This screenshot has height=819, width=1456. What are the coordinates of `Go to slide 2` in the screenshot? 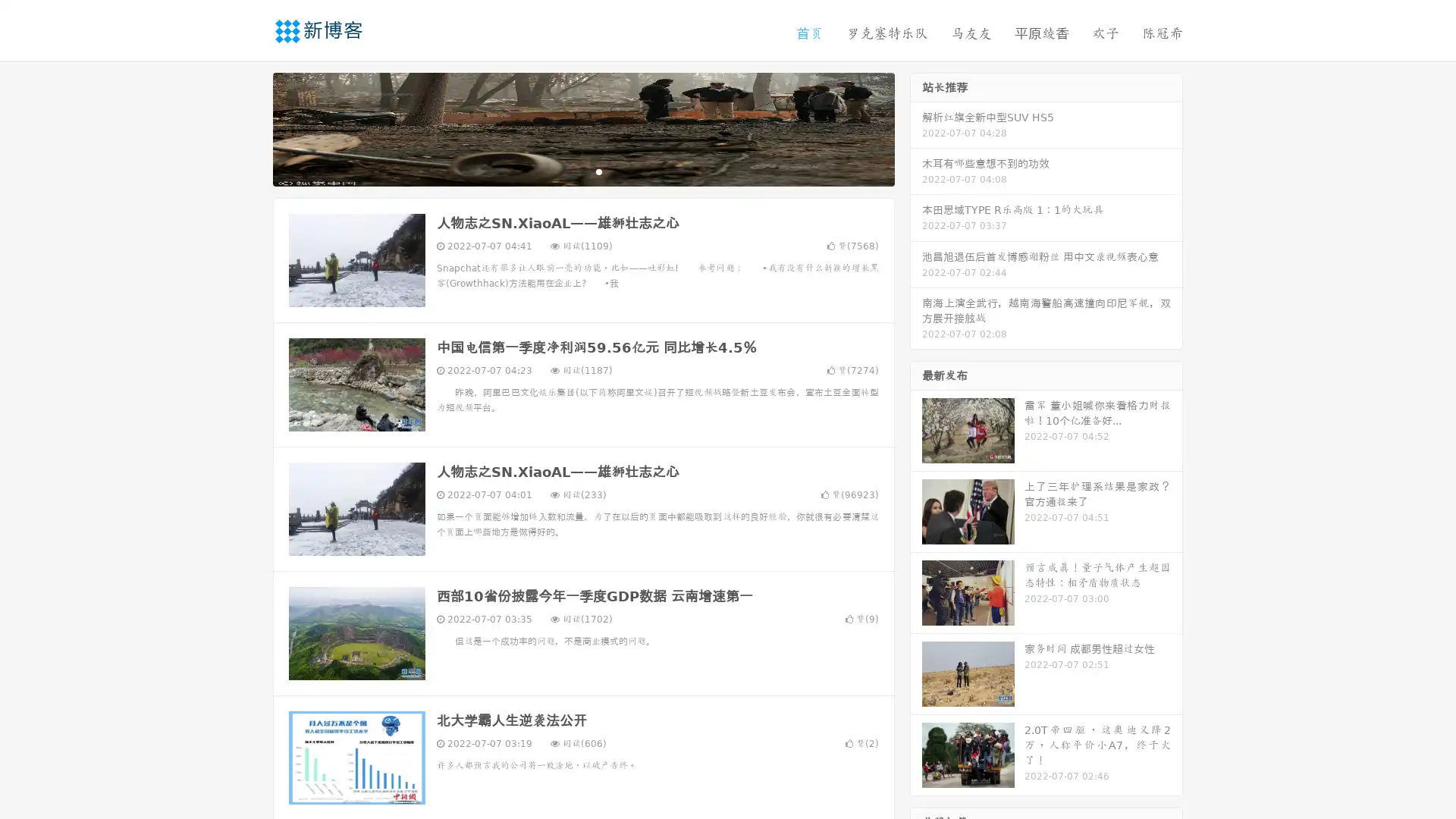 It's located at (582, 171).